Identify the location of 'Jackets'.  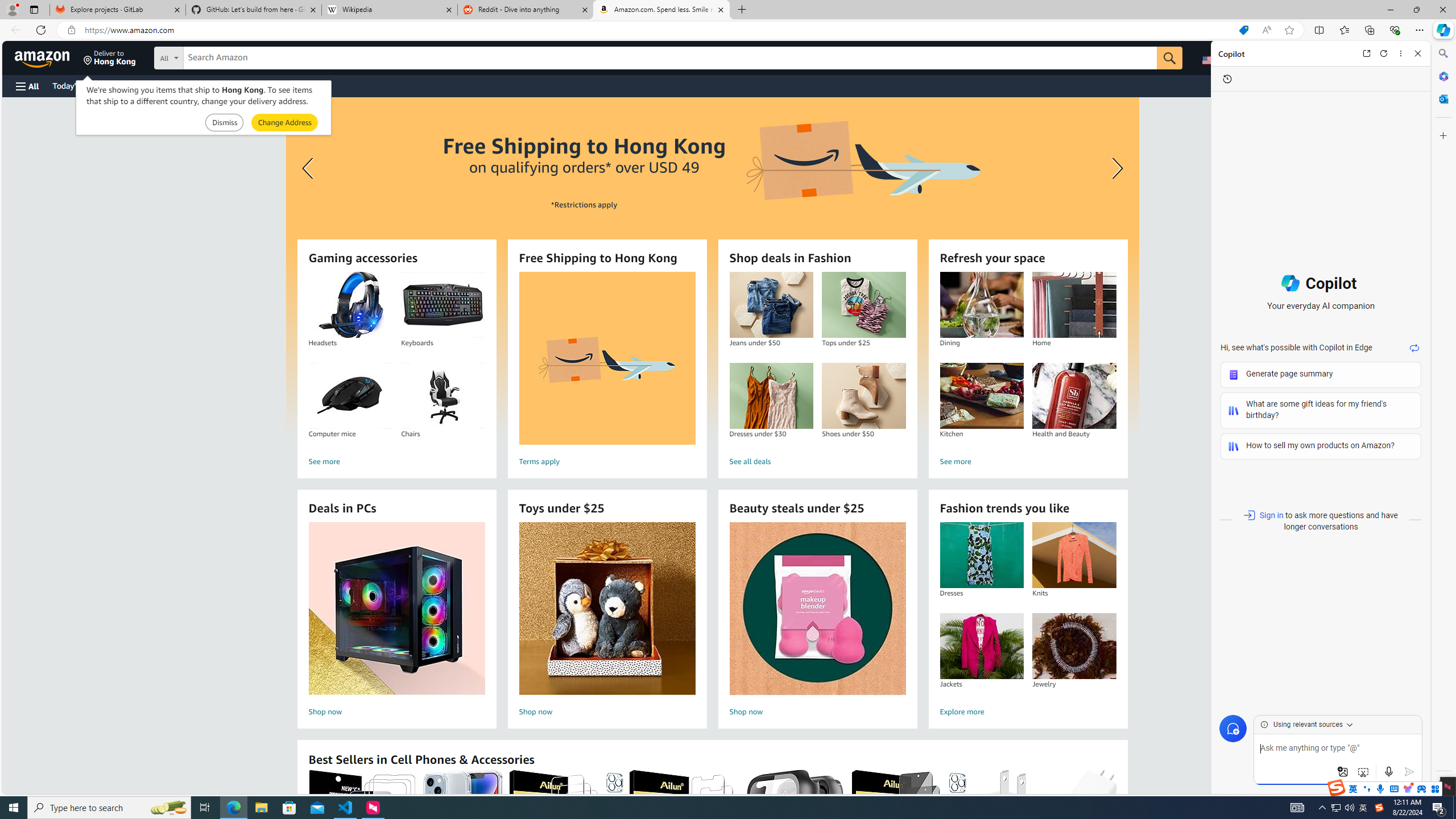
(981, 646).